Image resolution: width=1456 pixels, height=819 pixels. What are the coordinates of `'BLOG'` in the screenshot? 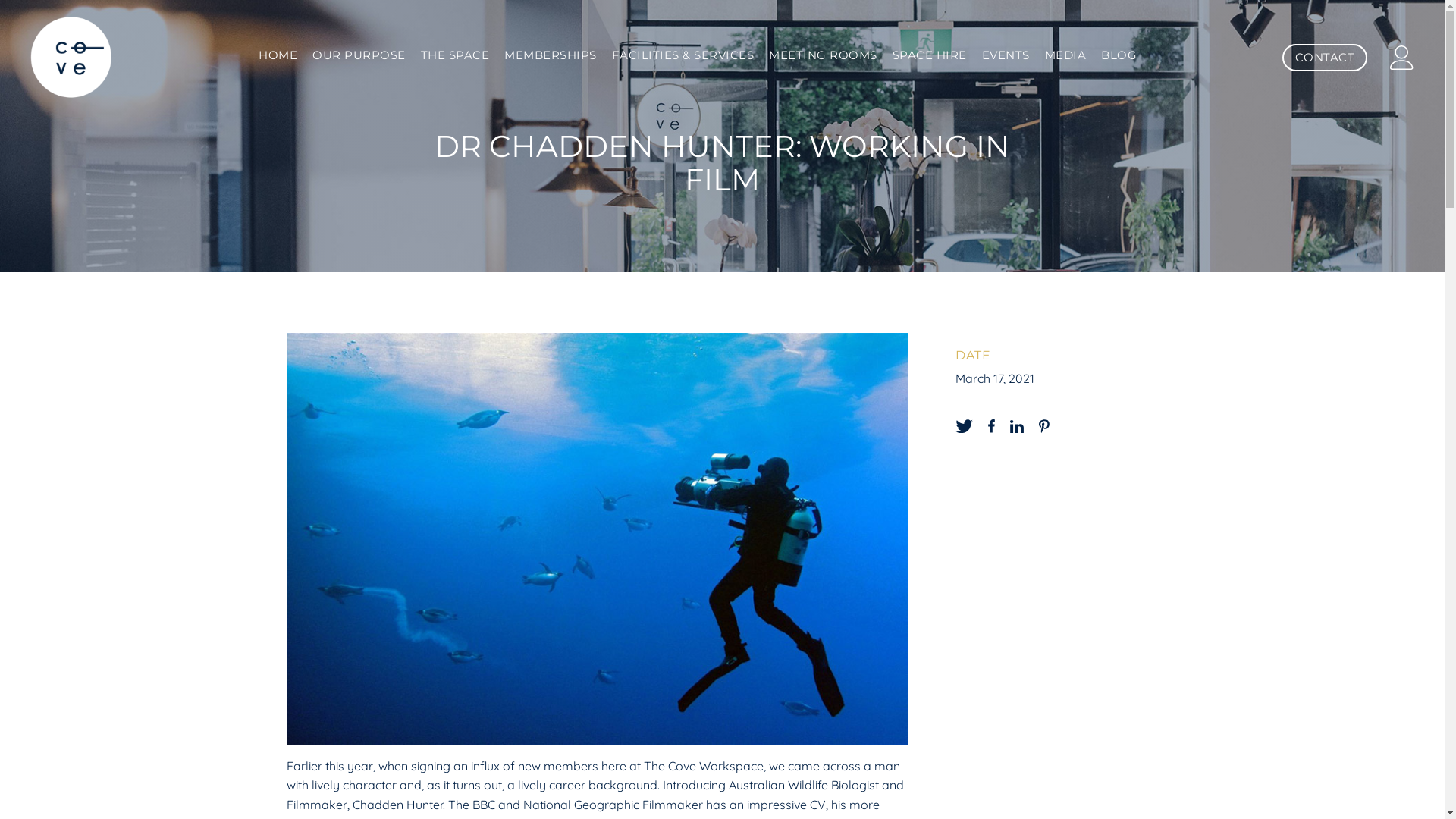 It's located at (1119, 55).